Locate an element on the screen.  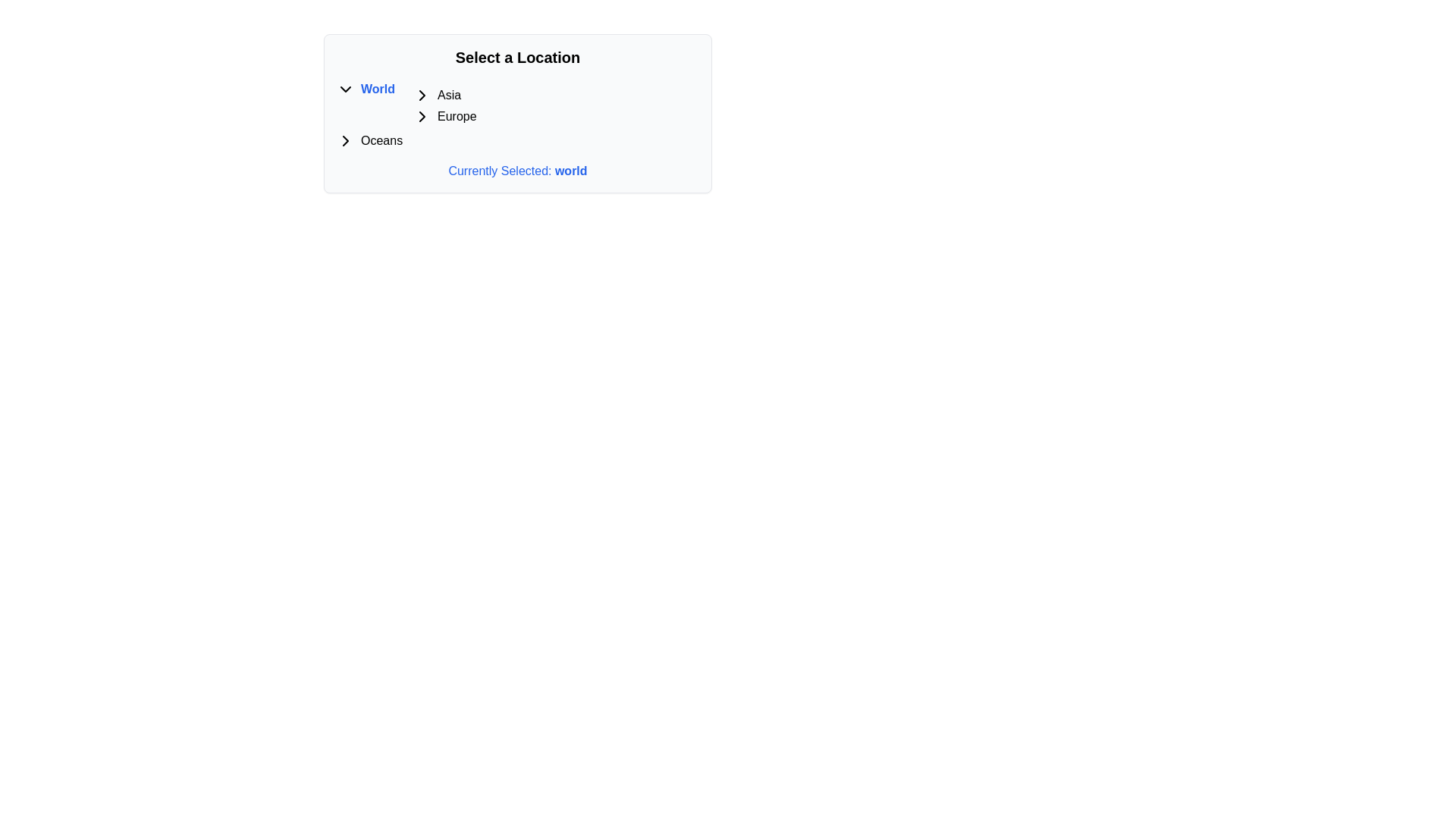
the small chevron arrow icon pointing to the right, located near the 'Oceans' text label is located at coordinates (345, 140).